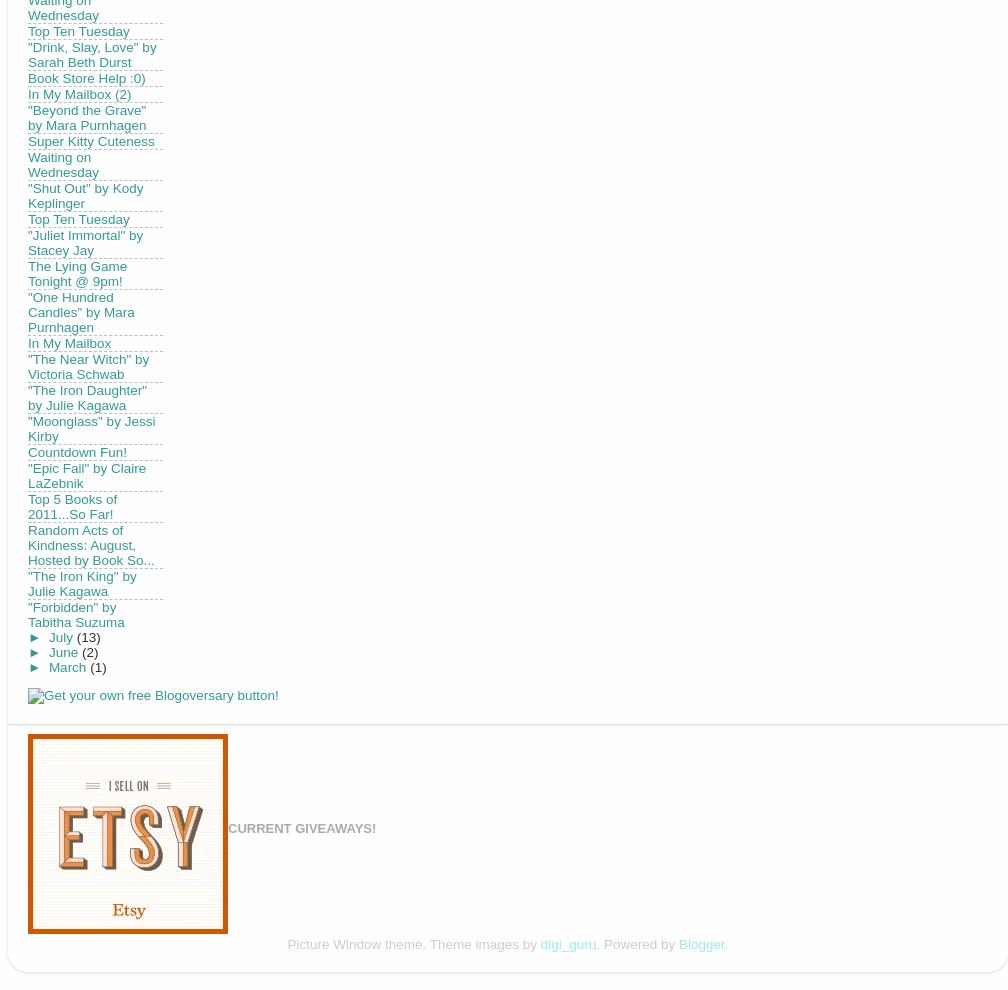 This screenshot has height=990, width=1008. What do you see at coordinates (28, 310) in the screenshot?
I see `'"One Hundred Candles" by Mara Purnhagen'` at bounding box center [28, 310].